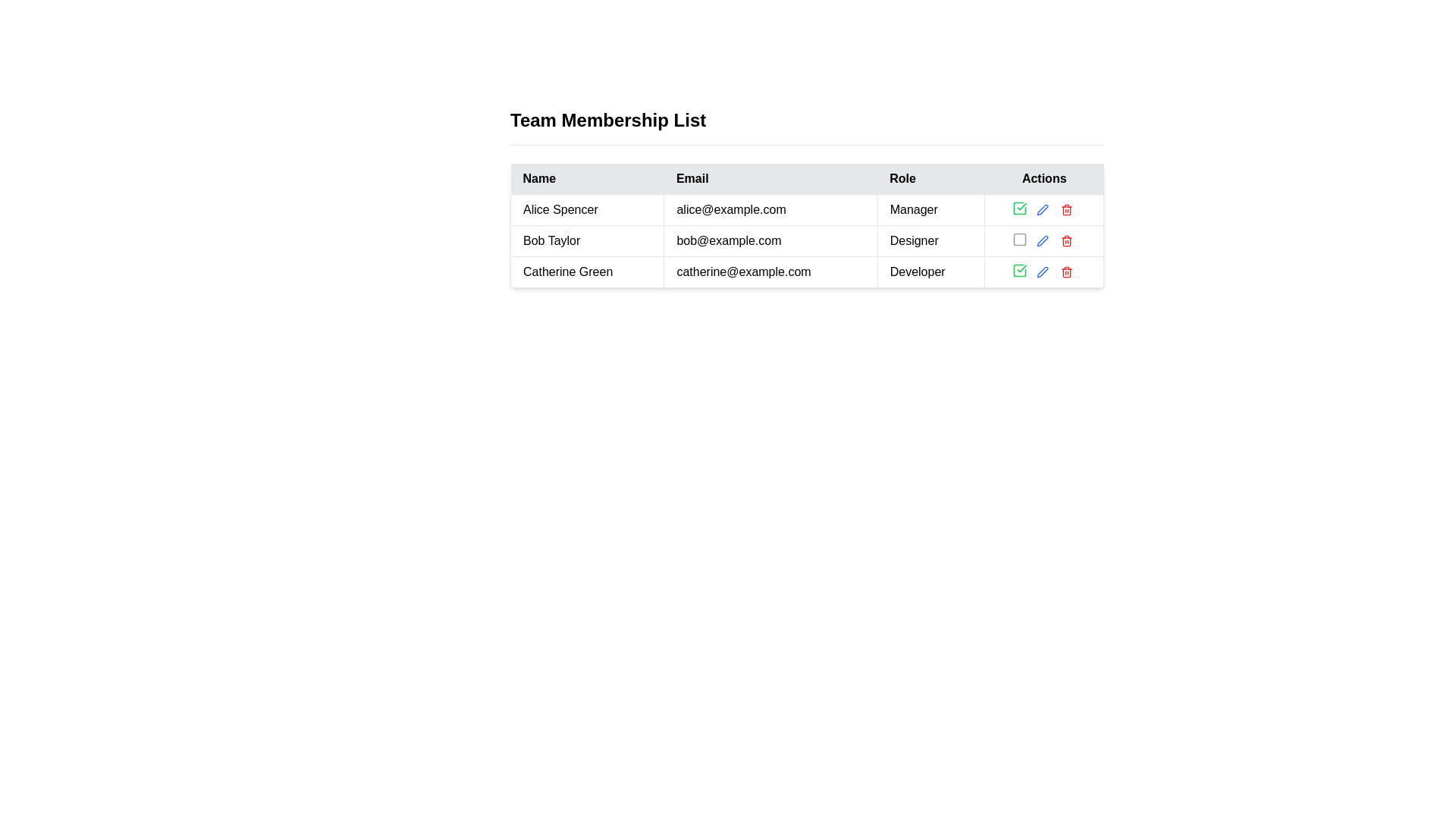 The height and width of the screenshot is (819, 1456). I want to click on the table cell located in the fourth column and second row, under the 'Actions' header, adjacent to 'Bob Taylor - Designer', so click(1043, 240).